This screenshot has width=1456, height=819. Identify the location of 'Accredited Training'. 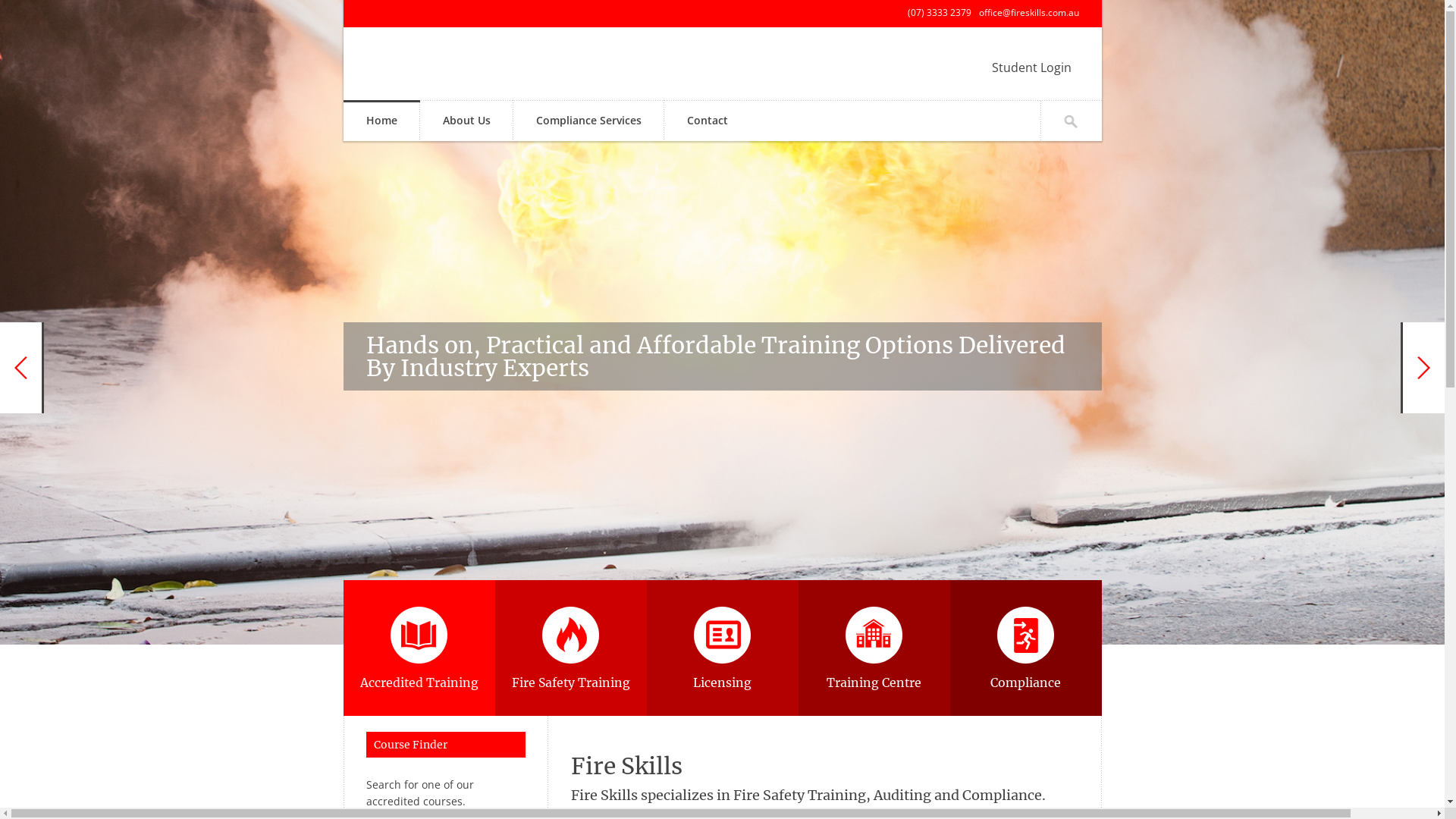
(419, 648).